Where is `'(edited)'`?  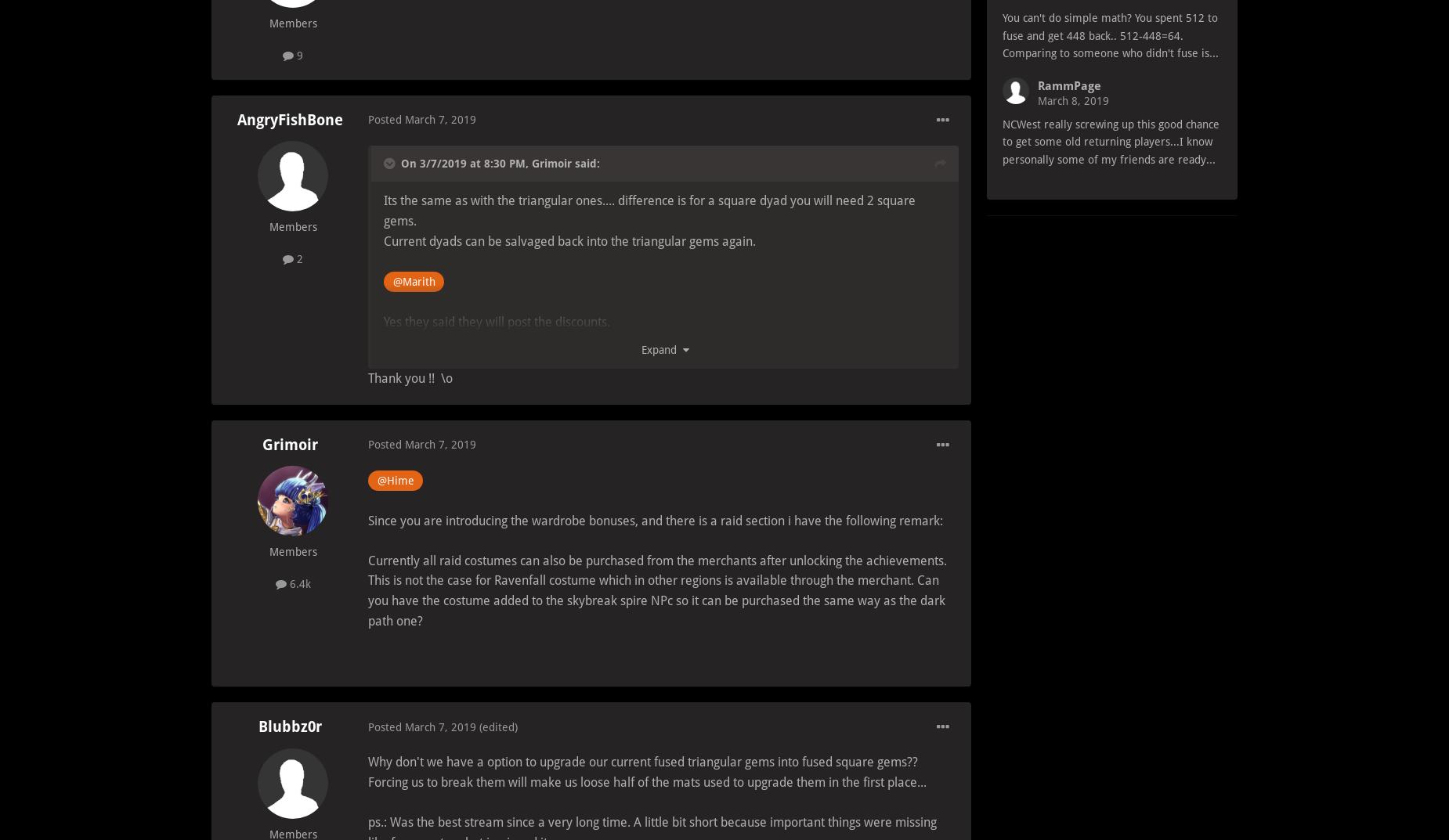
'(edited)' is located at coordinates (498, 726).